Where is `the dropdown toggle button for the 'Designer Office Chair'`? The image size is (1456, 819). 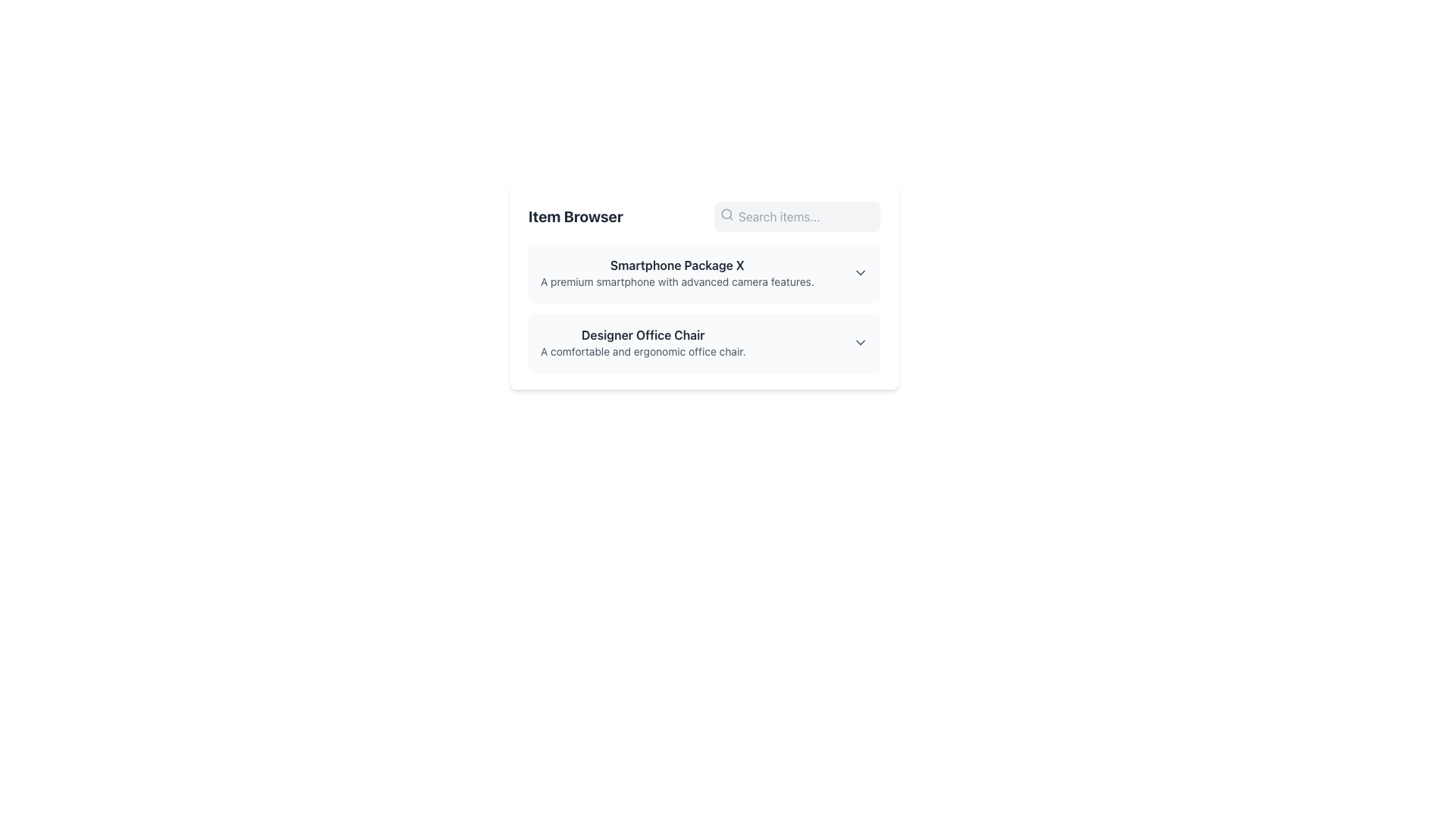
the dropdown toggle button for the 'Designer Office Chair' is located at coordinates (860, 342).